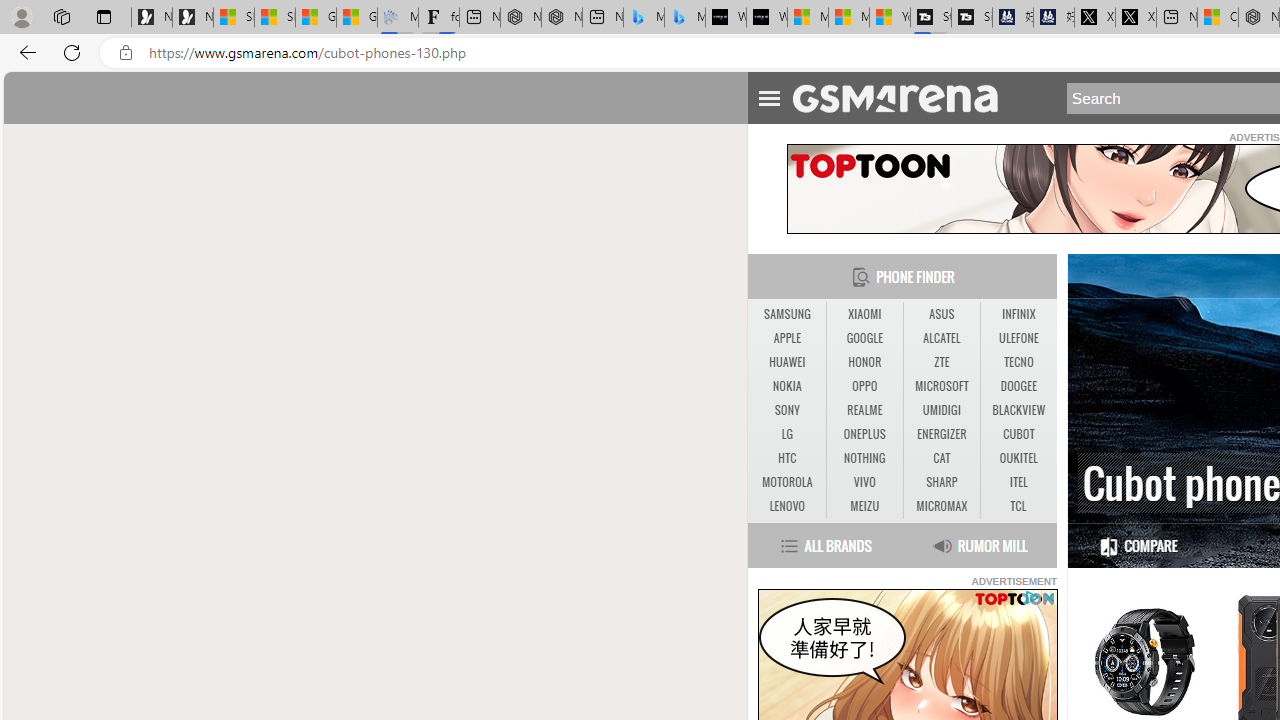 The width and height of the screenshot is (1280, 720). I want to click on 'NOTHING', so click(864, 458).